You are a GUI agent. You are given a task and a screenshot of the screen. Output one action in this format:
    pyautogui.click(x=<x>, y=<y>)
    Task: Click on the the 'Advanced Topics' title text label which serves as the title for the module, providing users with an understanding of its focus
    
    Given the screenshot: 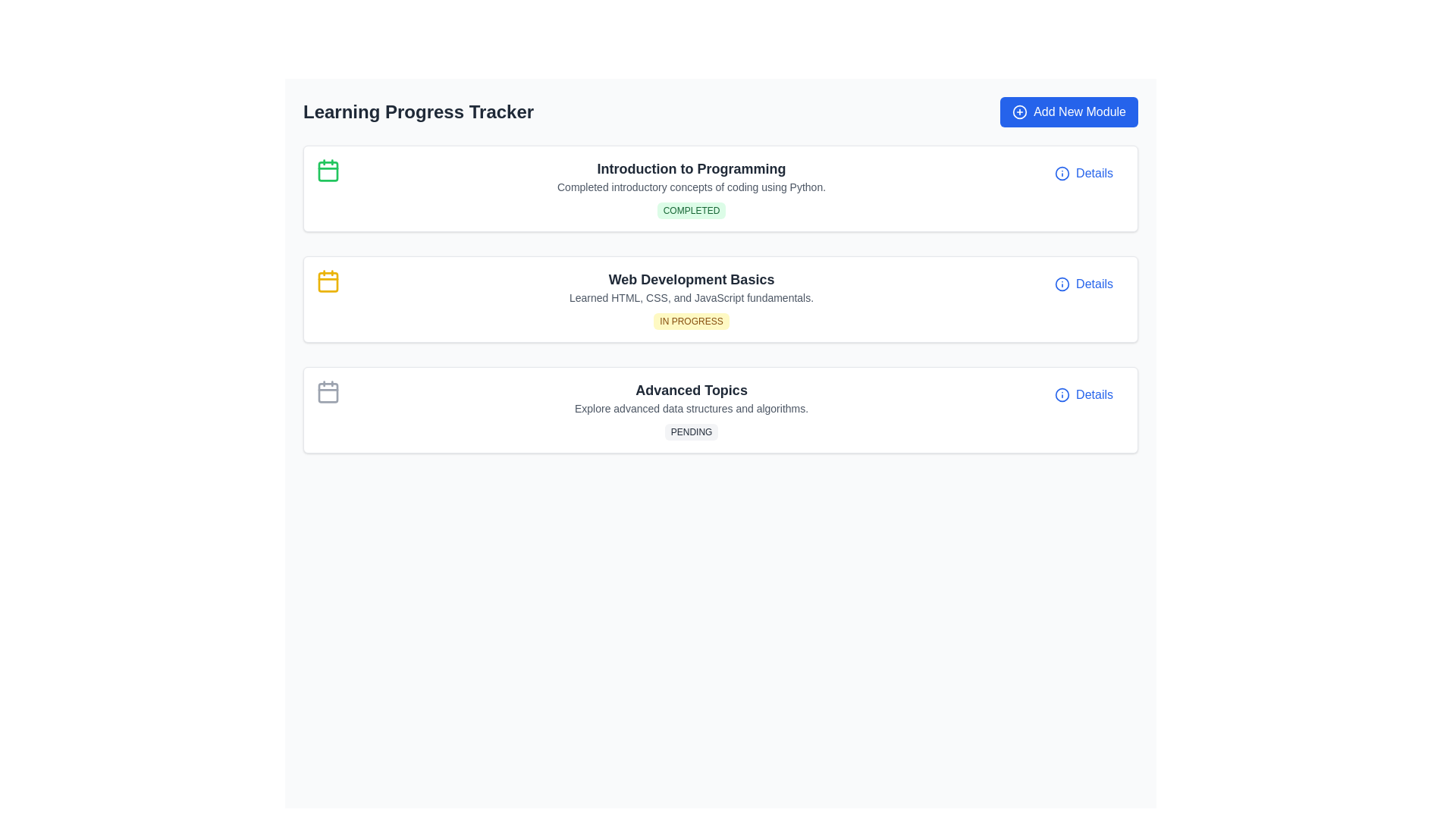 What is the action you would take?
    pyautogui.click(x=691, y=390)
    